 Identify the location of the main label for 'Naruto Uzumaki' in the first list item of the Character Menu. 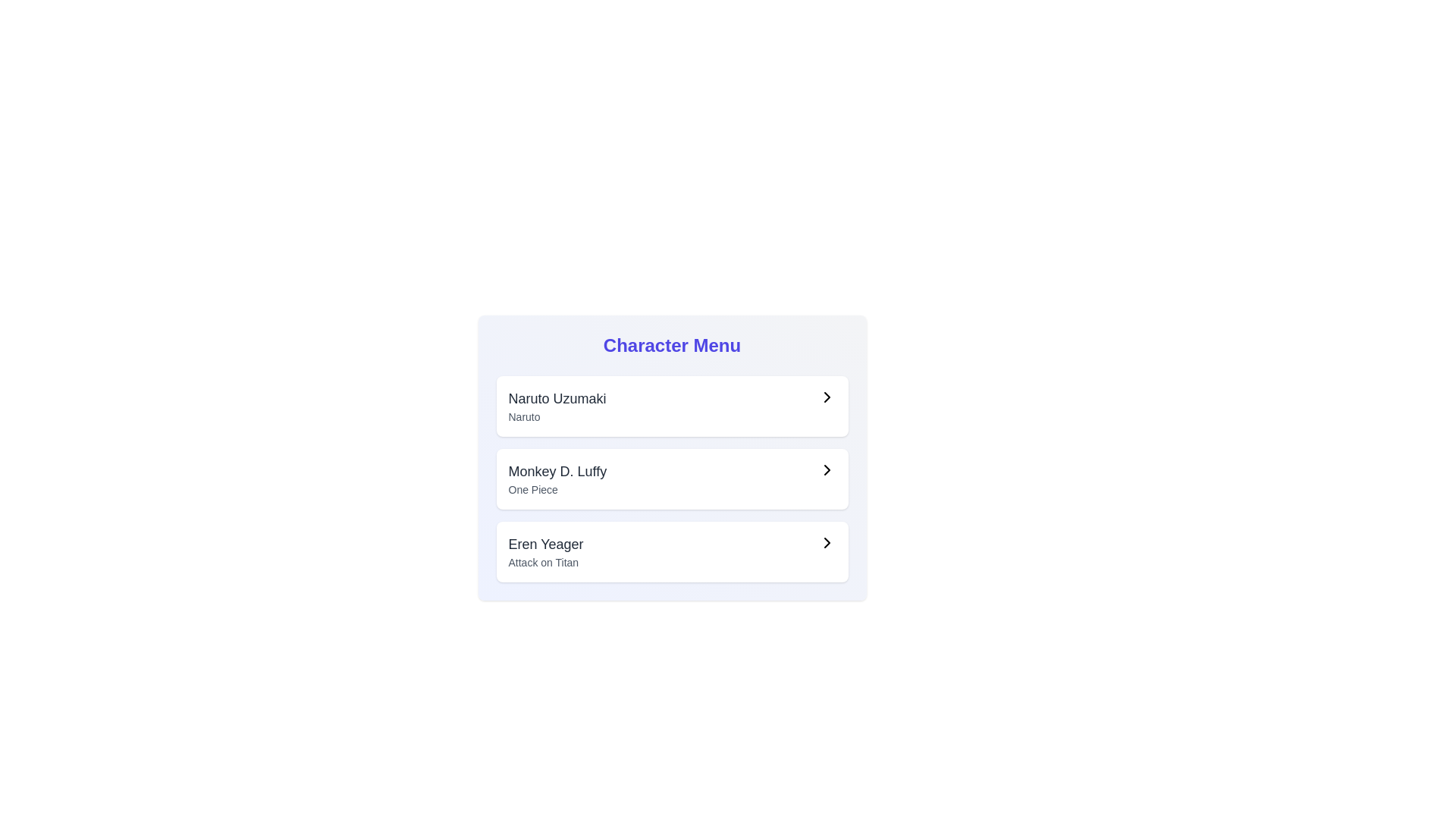
(556, 397).